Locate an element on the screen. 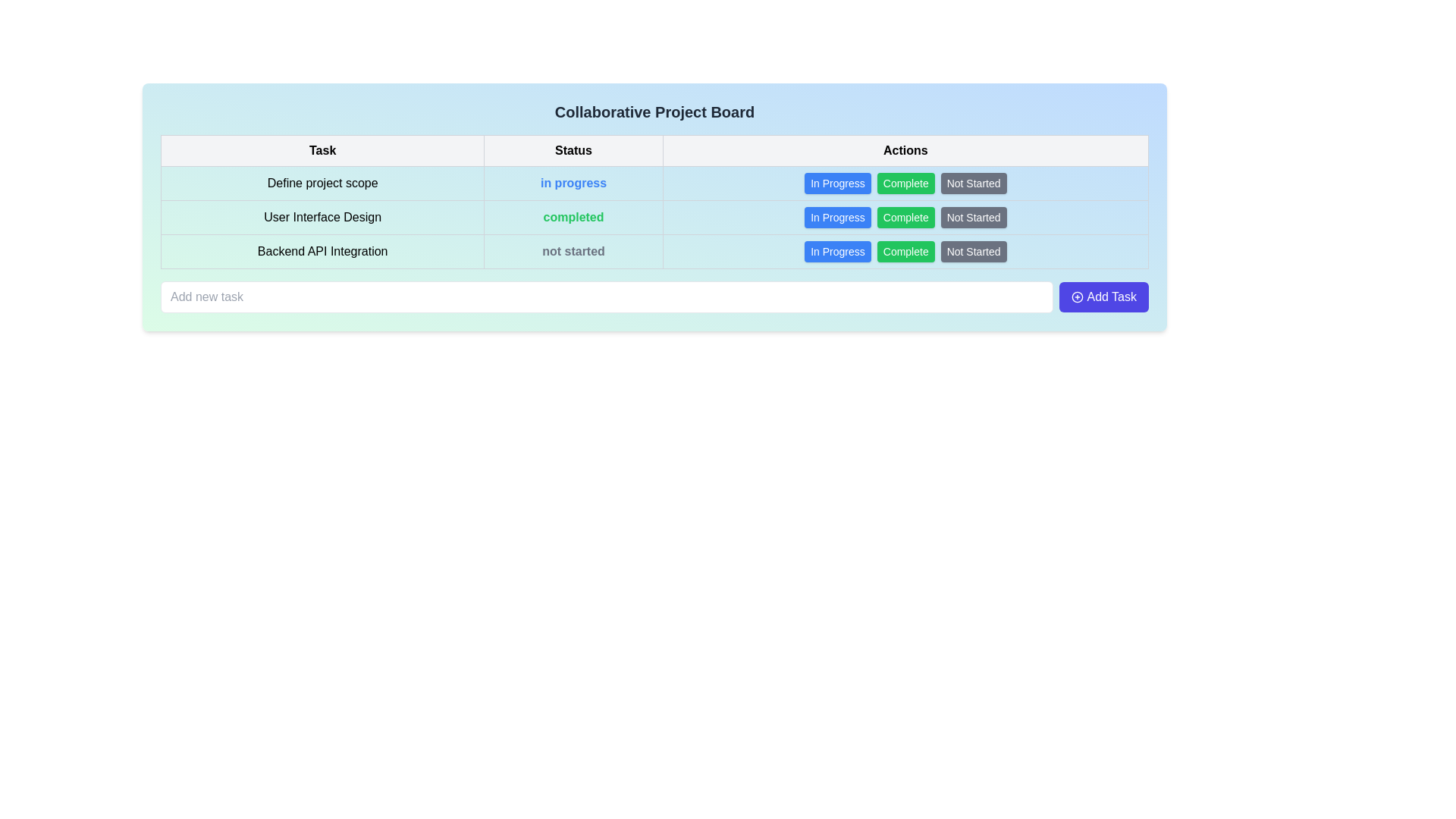  the static label in the 'Task' column located in the third row of the project management table, which provides context about the corresponding status and actions is located at coordinates (322, 250).